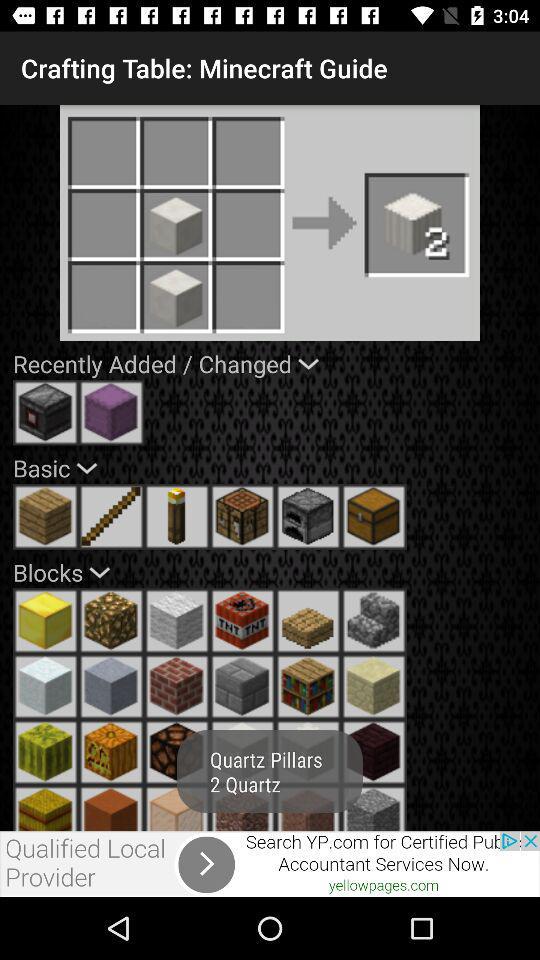 The image size is (540, 960). What do you see at coordinates (308, 751) in the screenshot?
I see `choose option` at bounding box center [308, 751].